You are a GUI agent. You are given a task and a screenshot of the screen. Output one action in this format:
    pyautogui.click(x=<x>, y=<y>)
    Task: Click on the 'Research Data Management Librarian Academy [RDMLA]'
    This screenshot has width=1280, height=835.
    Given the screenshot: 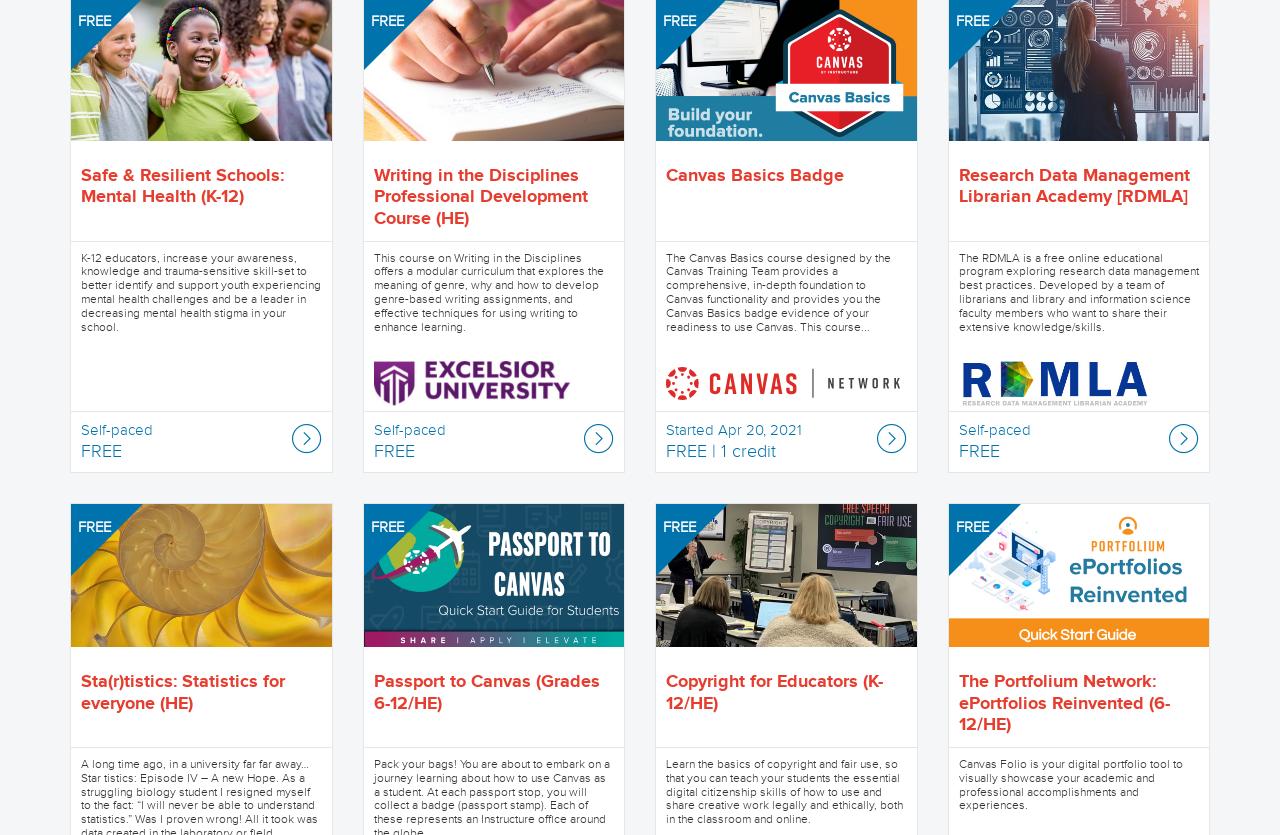 What is the action you would take?
    pyautogui.click(x=956, y=186)
    